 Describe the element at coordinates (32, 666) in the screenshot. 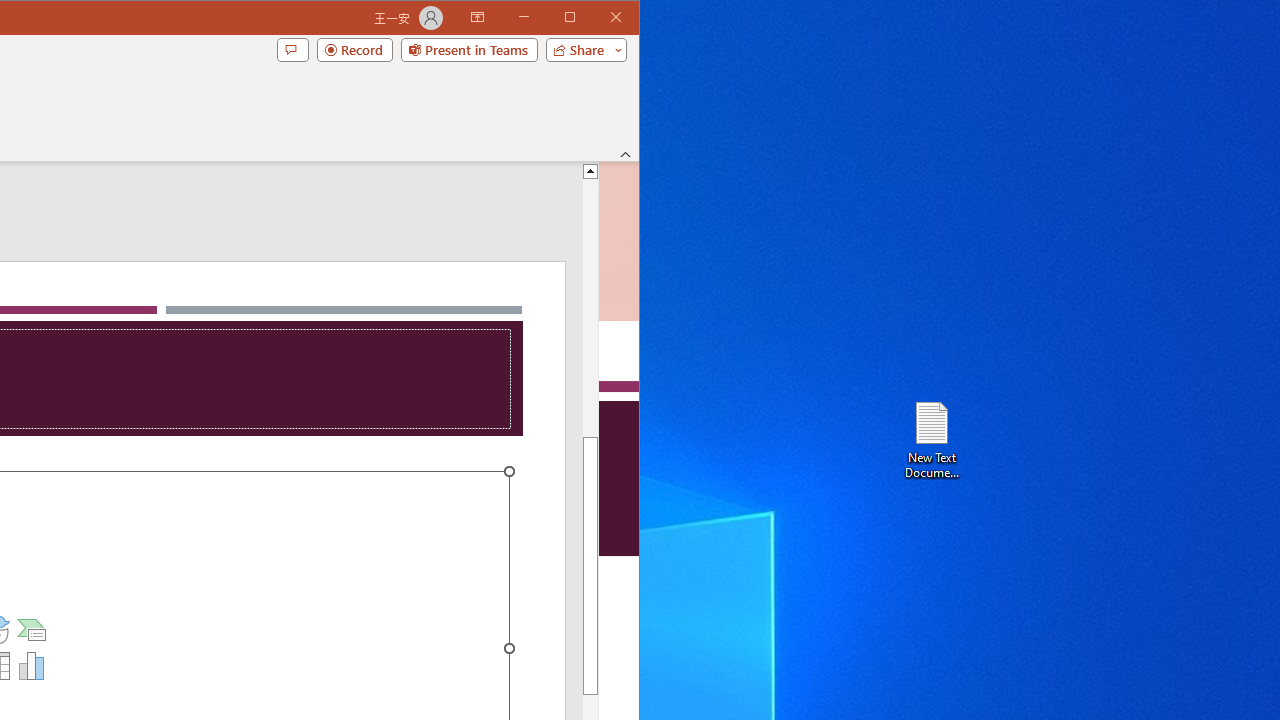

I see `'Insert Chart'` at that location.